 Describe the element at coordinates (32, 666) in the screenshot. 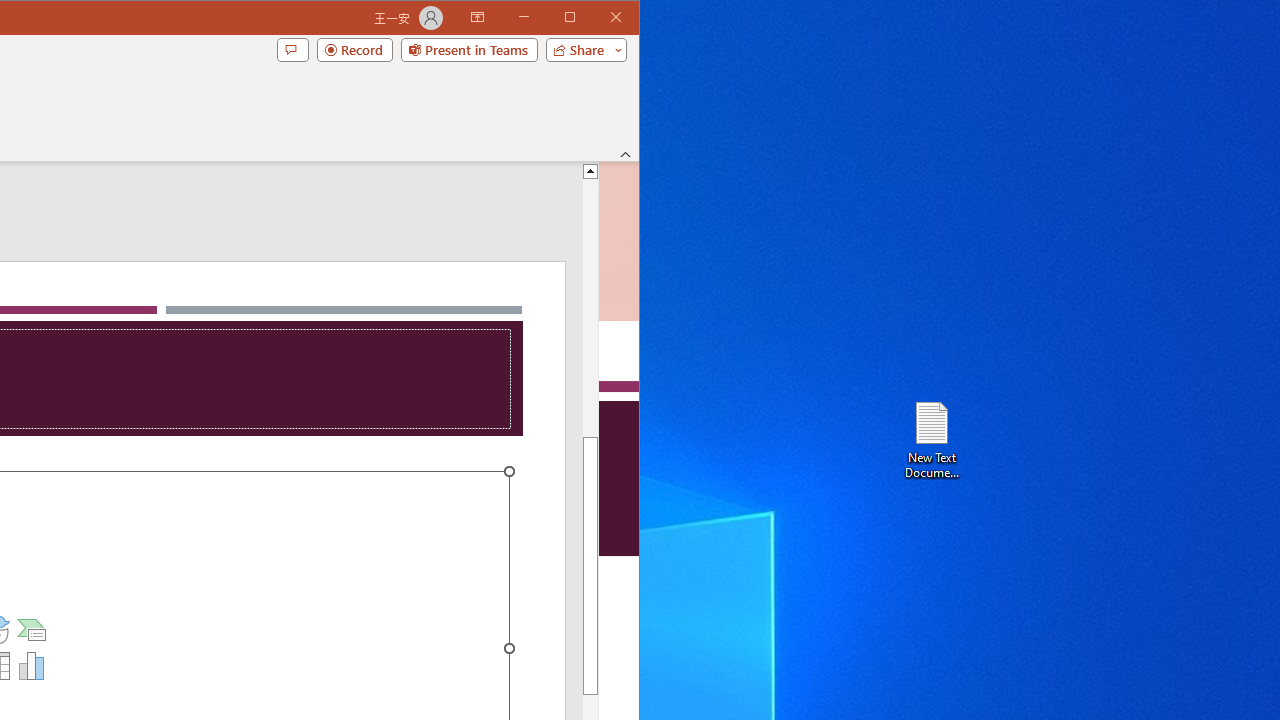

I see `'Insert Chart'` at that location.